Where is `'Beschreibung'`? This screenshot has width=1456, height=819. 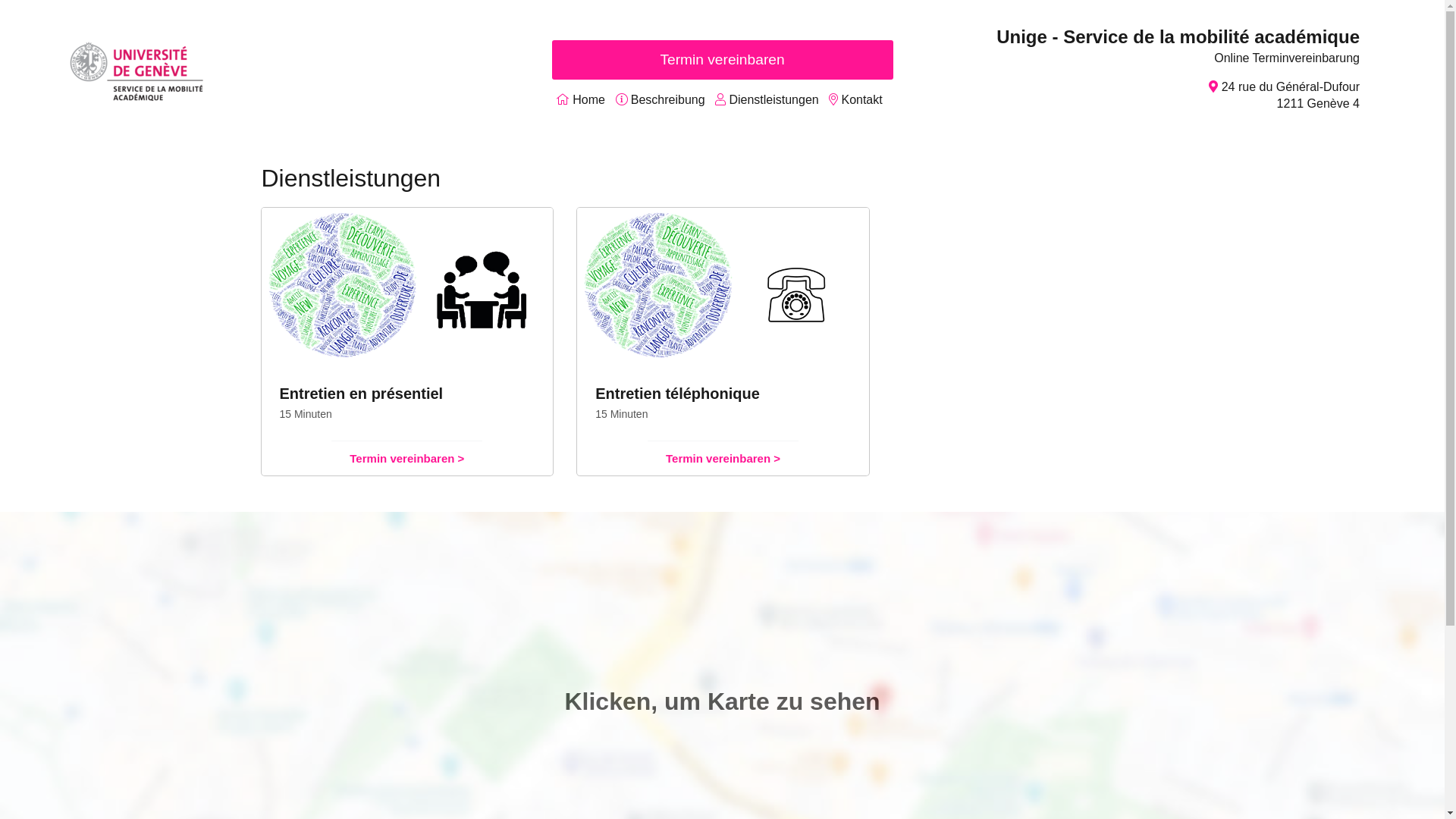
'Beschreibung' is located at coordinates (630, 99).